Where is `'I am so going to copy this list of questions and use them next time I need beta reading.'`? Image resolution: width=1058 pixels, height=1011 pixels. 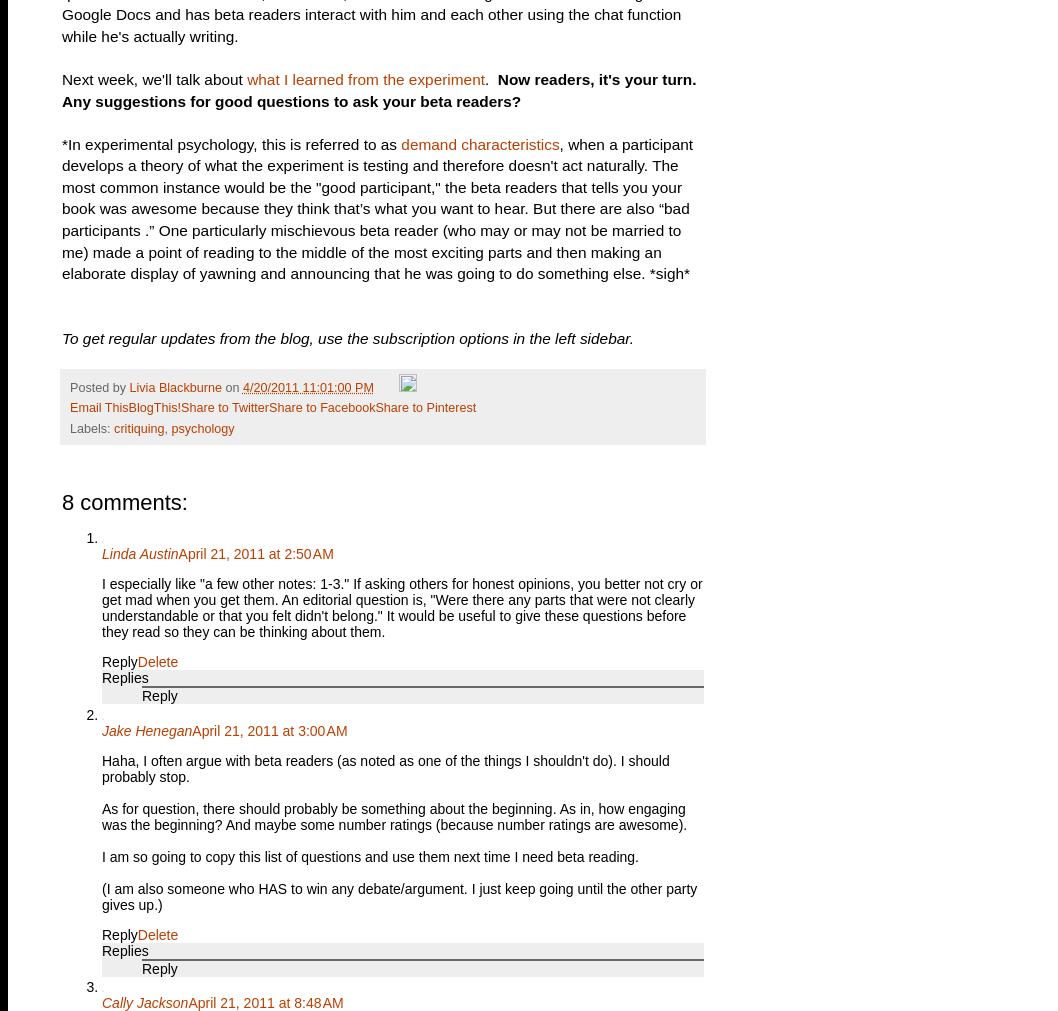 'I am so going to copy this list of questions and use them next time I need beta reading.' is located at coordinates (369, 856).